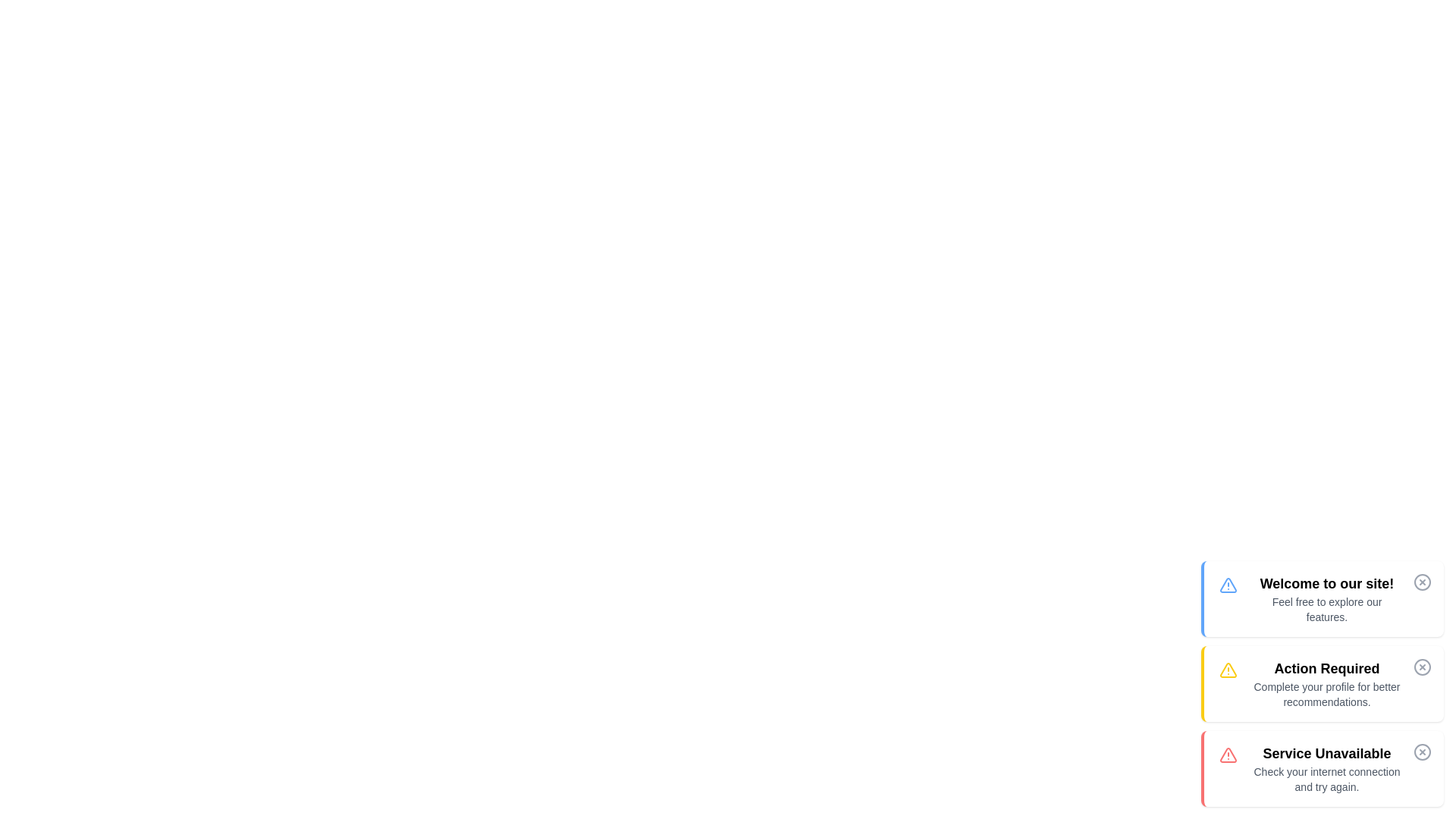 The width and height of the screenshot is (1456, 819). What do you see at coordinates (1321, 684) in the screenshot?
I see `information in the notification card titled 'Action Required' with a yellow highlight on the left edge, which contains a warning icon and a message to complete your profile for better recommendations` at bounding box center [1321, 684].